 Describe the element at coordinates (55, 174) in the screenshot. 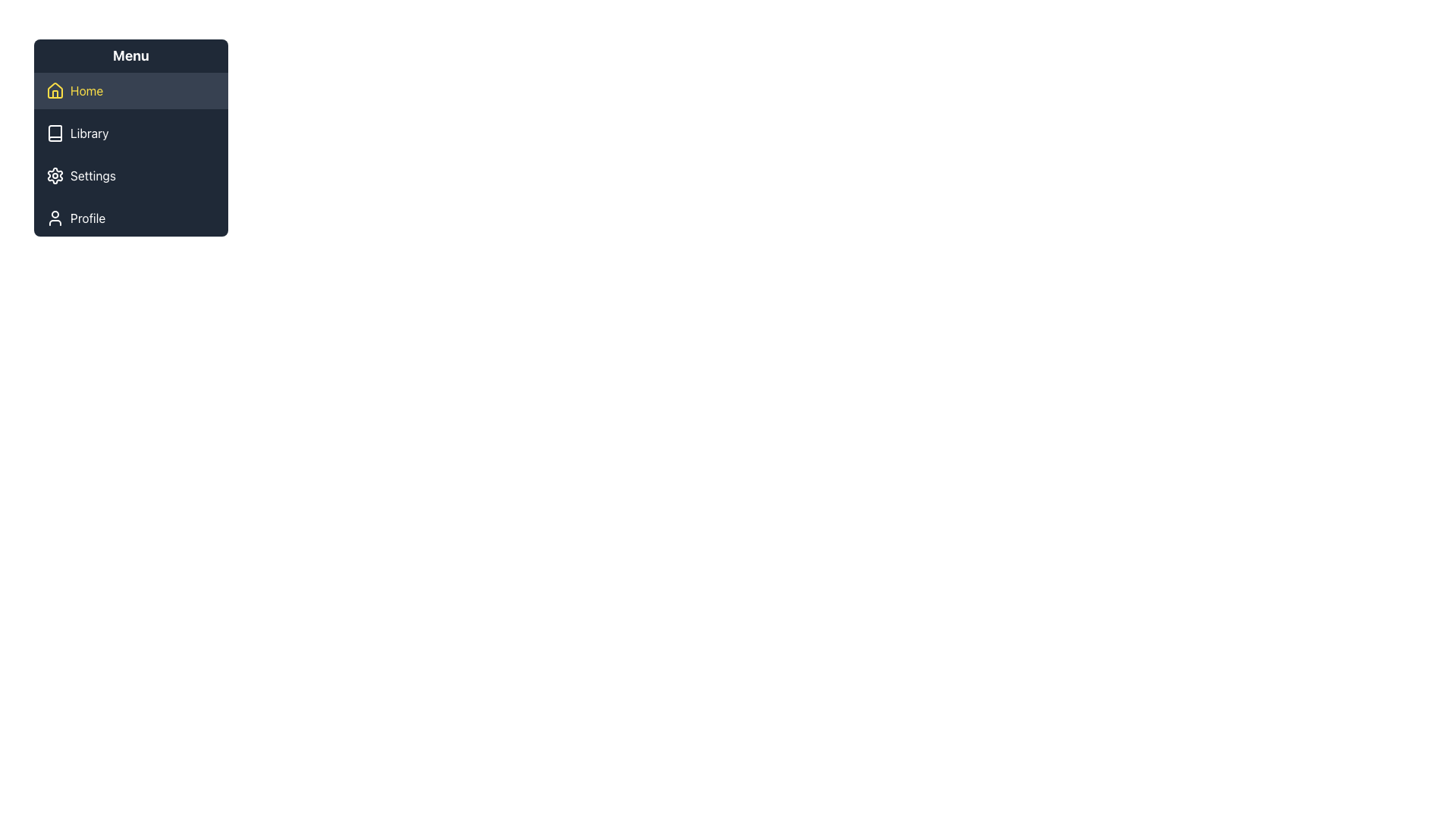

I see `the gear-shaped icon representing settings, located to the left of the word 'Settings' in the menu, to highlight the settings menu` at that location.